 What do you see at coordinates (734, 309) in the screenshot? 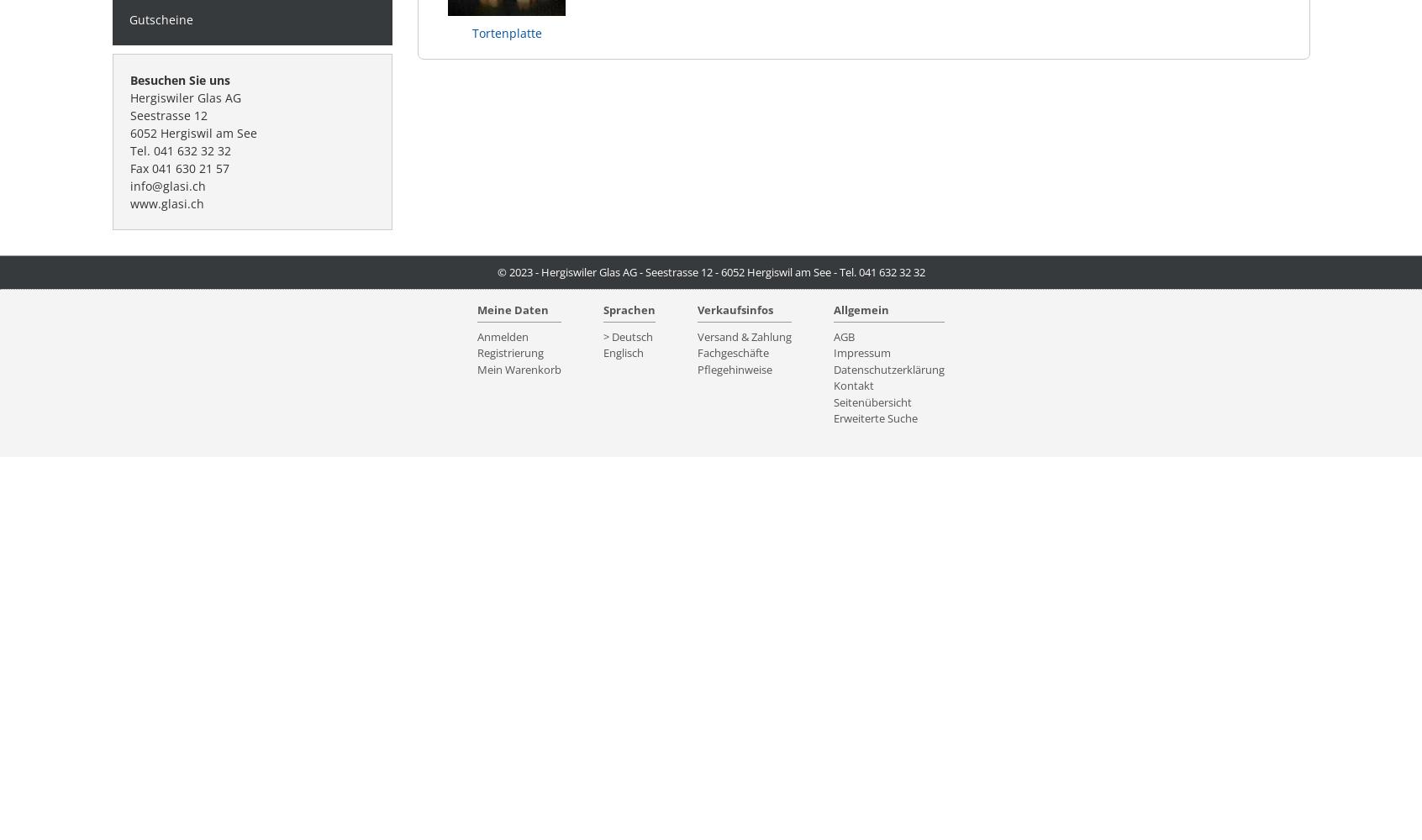
I see `'Verkaufsinfos'` at bounding box center [734, 309].